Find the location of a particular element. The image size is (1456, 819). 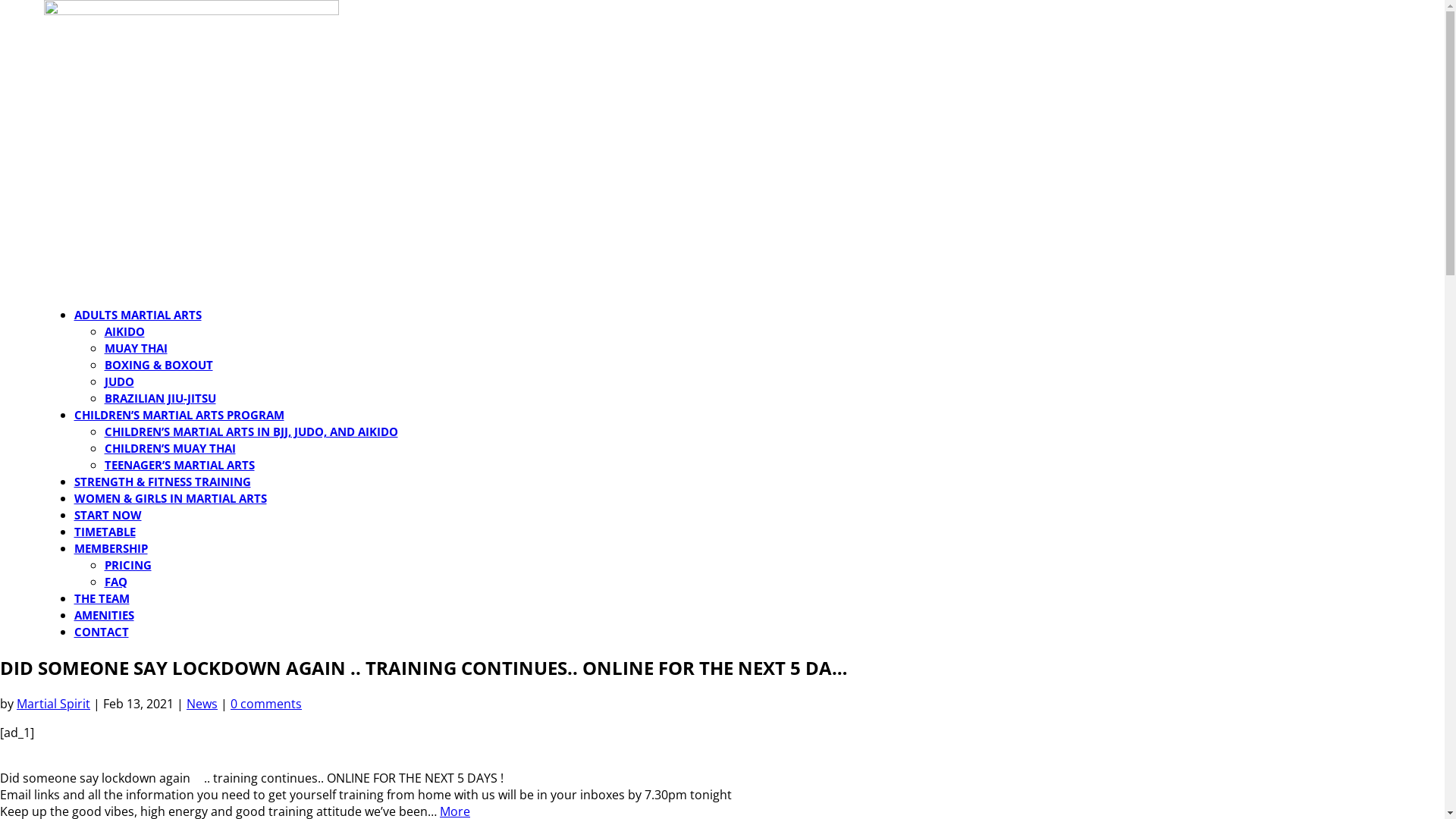

'BOXING & BOXOUT' is located at coordinates (158, 365).